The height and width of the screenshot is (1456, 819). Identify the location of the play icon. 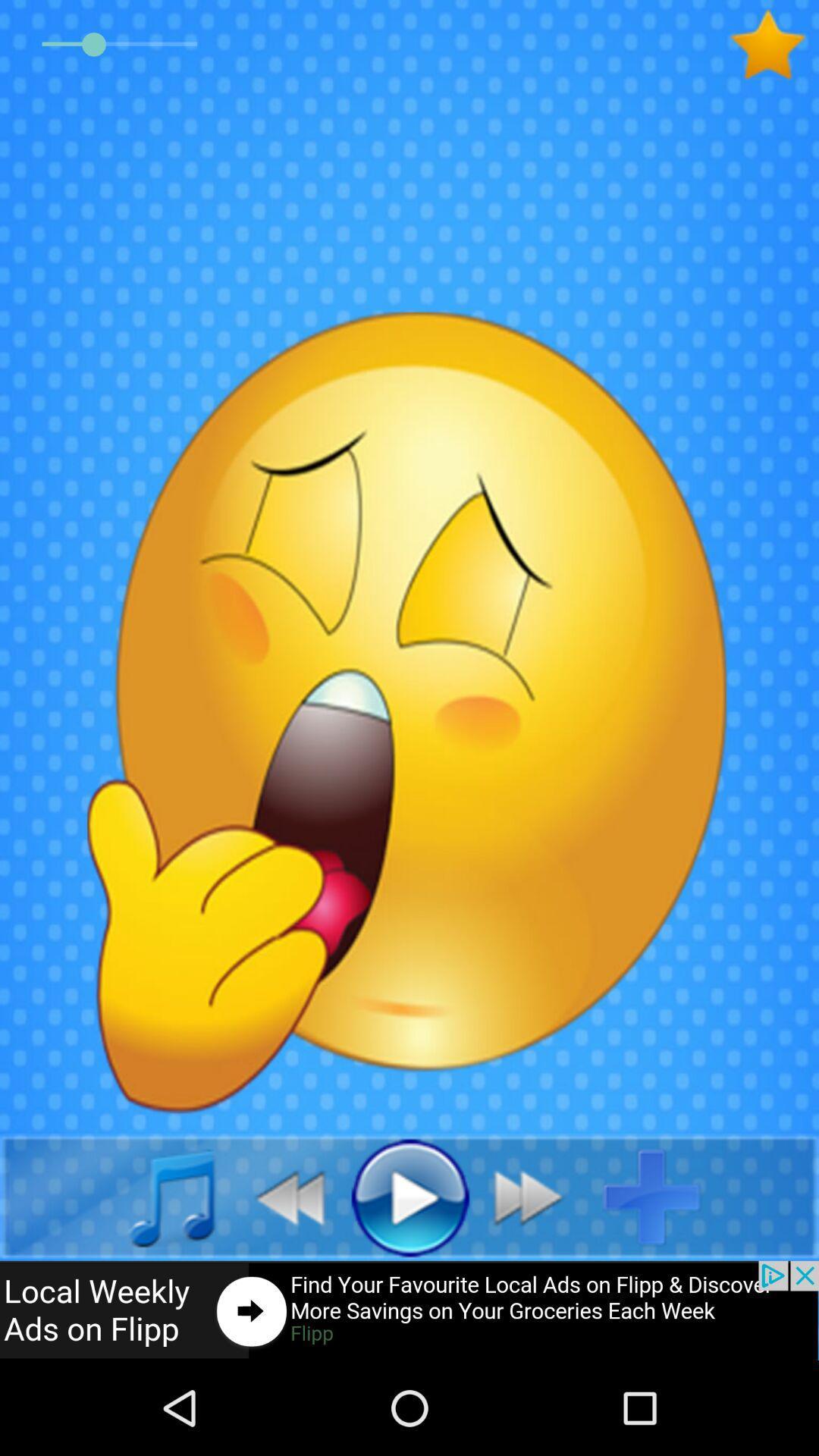
(409, 1196).